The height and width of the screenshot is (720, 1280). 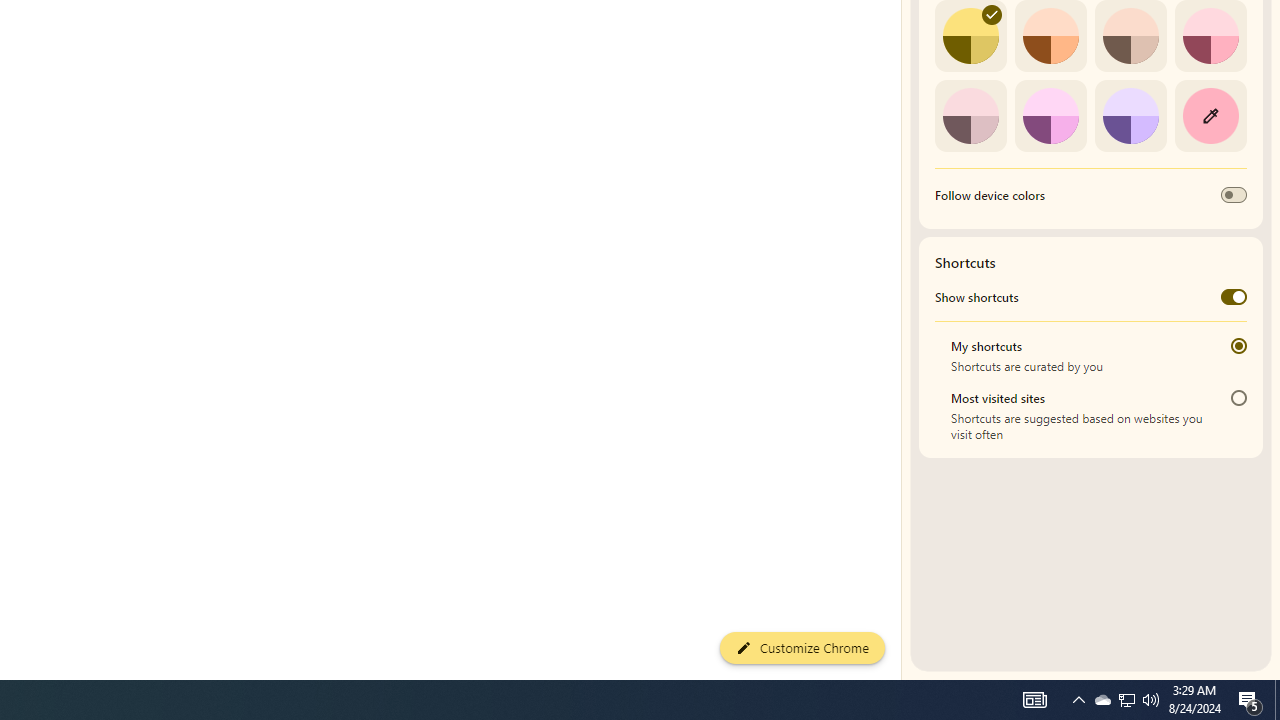 What do you see at coordinates (1232, 297) in the screenshot?
I see `'Show shortcuts'` at bounding box center [1232, 297].